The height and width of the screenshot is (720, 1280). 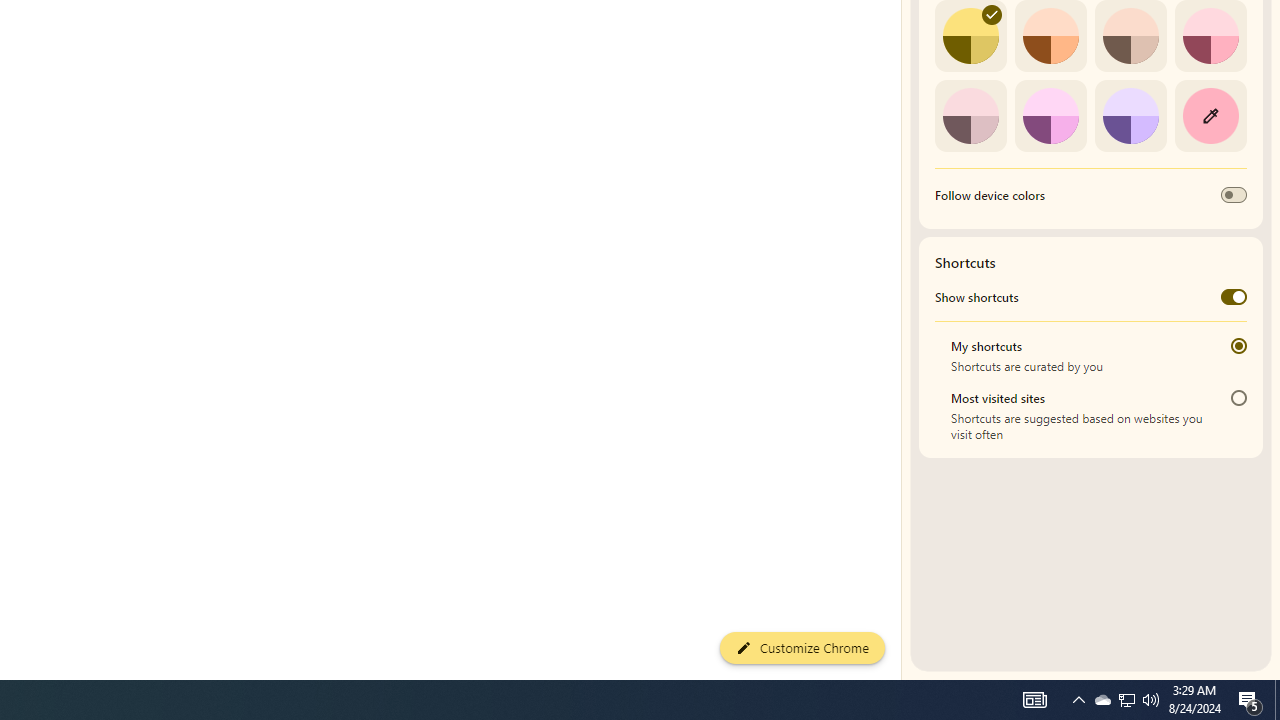 What do you see at coordinates (1232, 297) in the screenshot?
I see `'Show shortcuts'` at bounding box center [1232, 297].